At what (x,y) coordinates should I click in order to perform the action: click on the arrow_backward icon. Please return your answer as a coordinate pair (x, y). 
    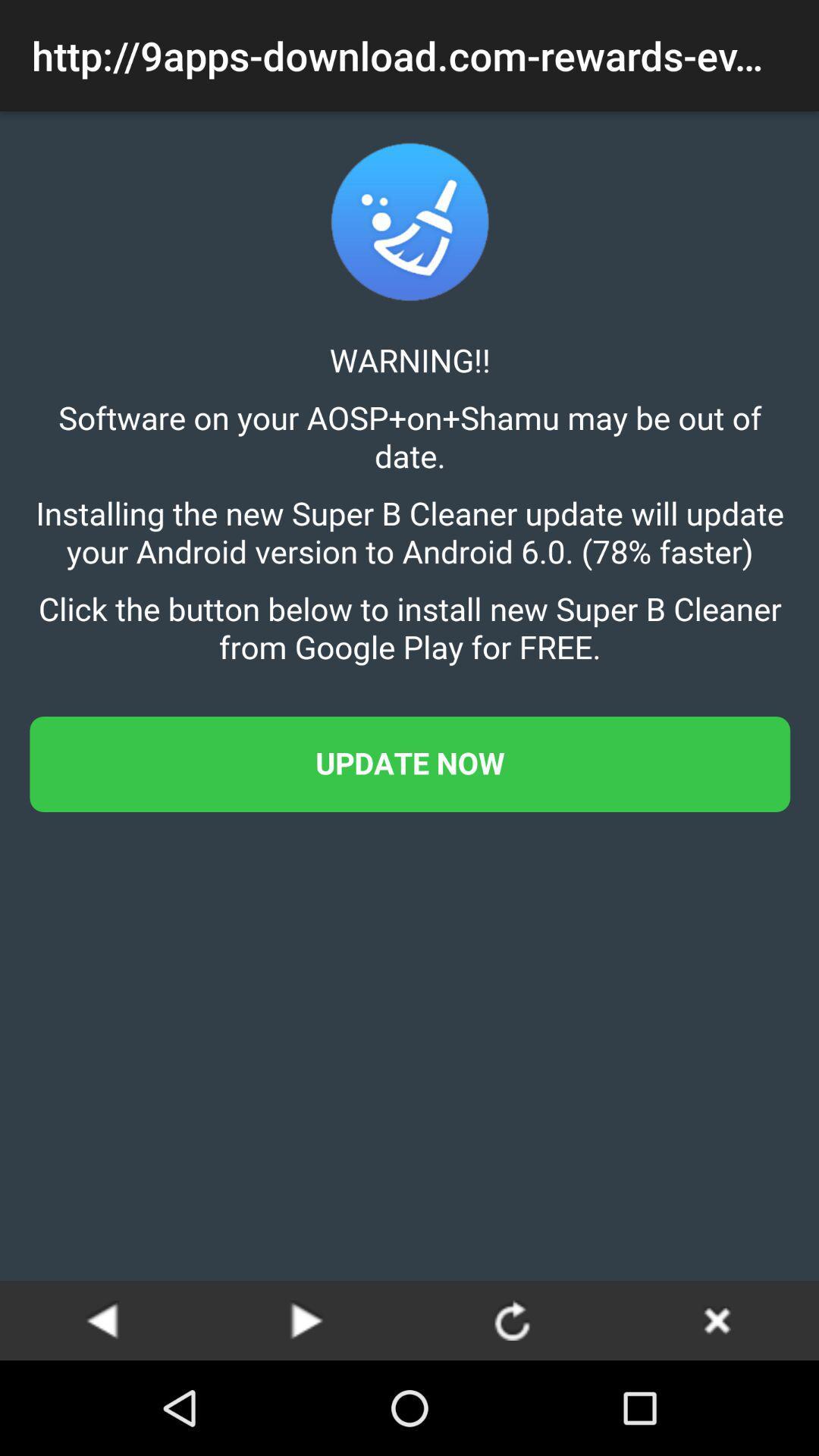
    Looking at the image, I should click on (102, 1319).